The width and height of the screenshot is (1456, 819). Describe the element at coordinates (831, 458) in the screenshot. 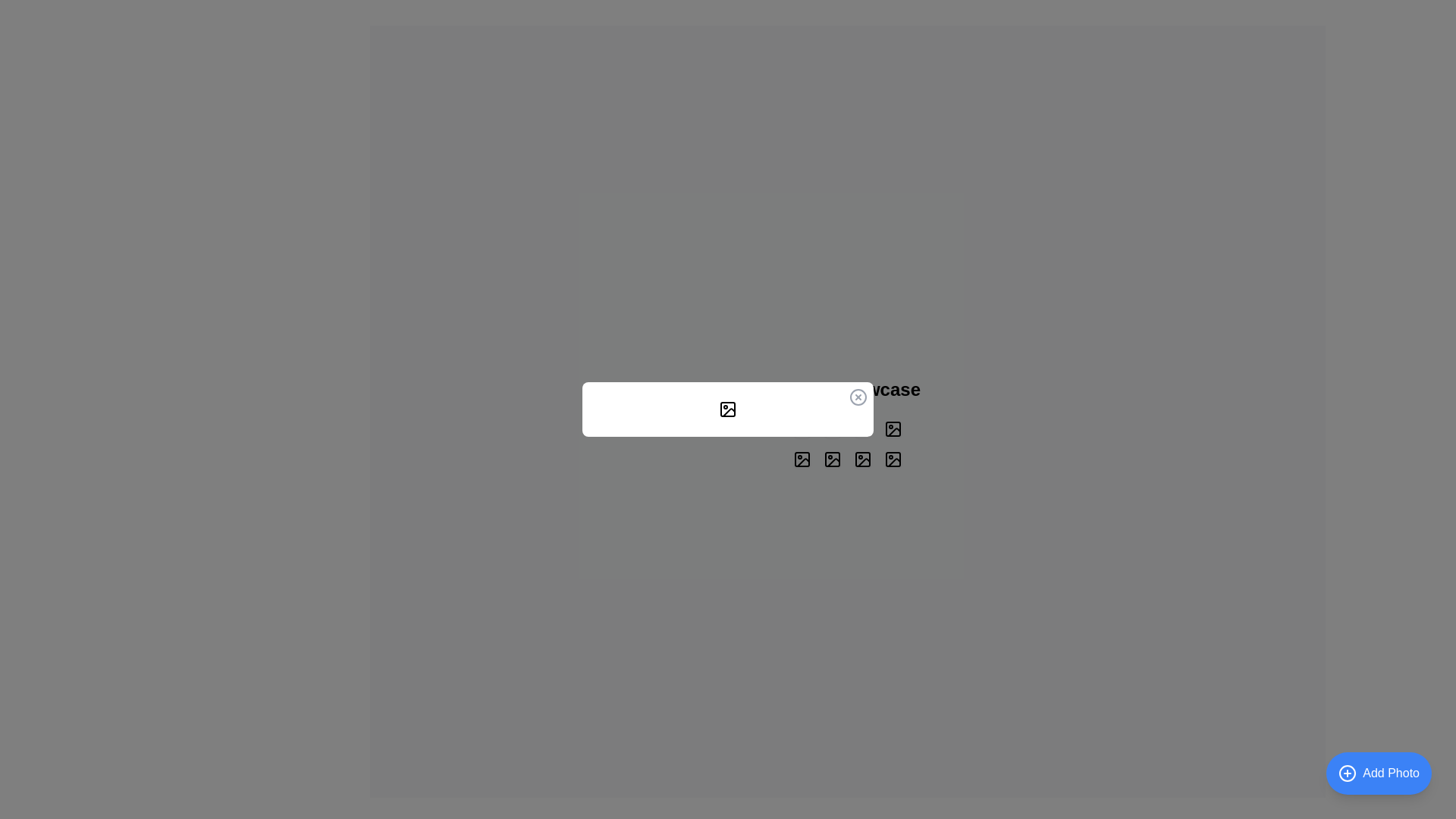

I see `the circular portion of the magnifying glass icon, which is visually identifiable by its border and shape` at that location.